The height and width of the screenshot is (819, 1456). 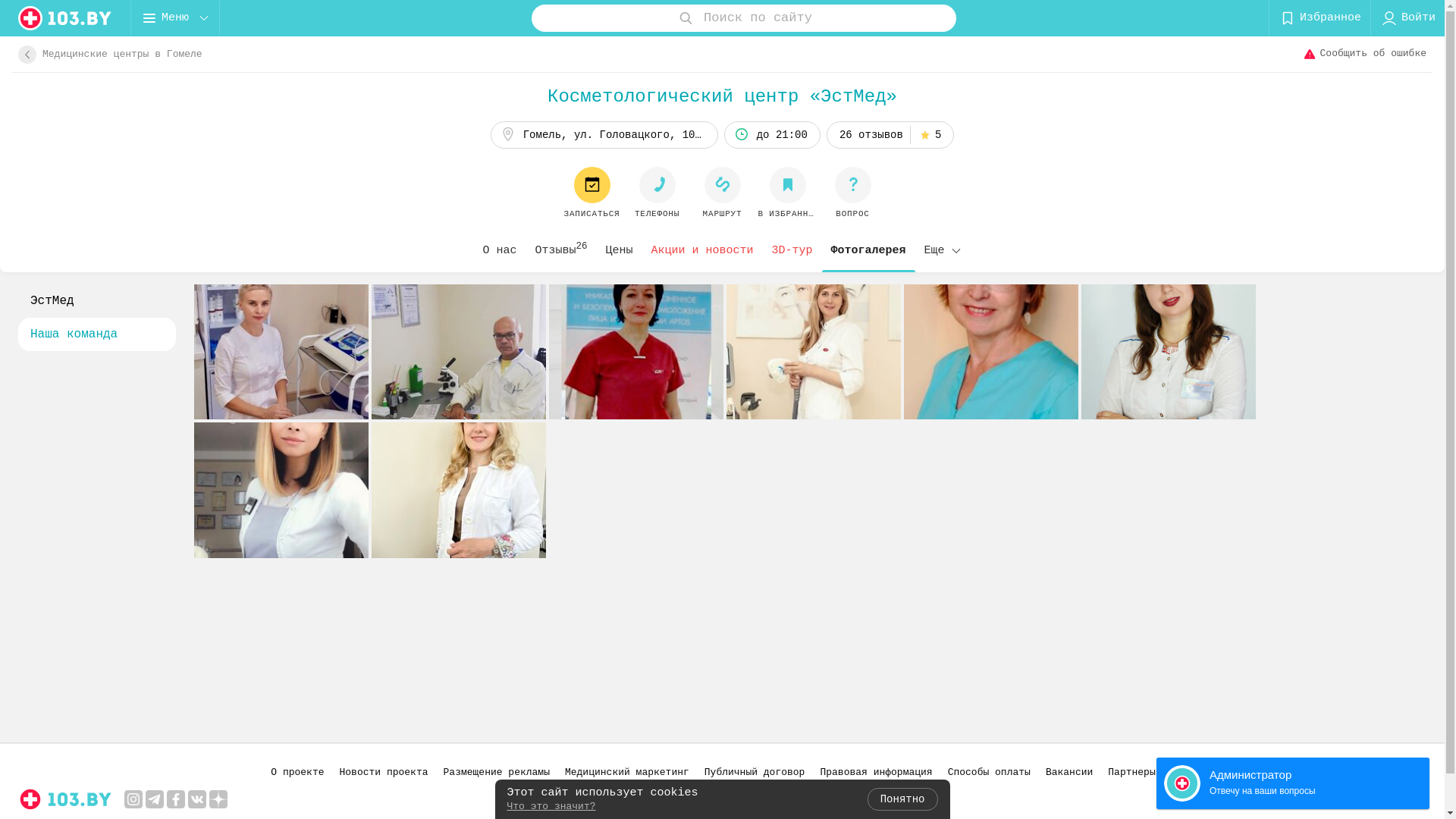 I want to click on 'facebook', so click(x=167, y=798).